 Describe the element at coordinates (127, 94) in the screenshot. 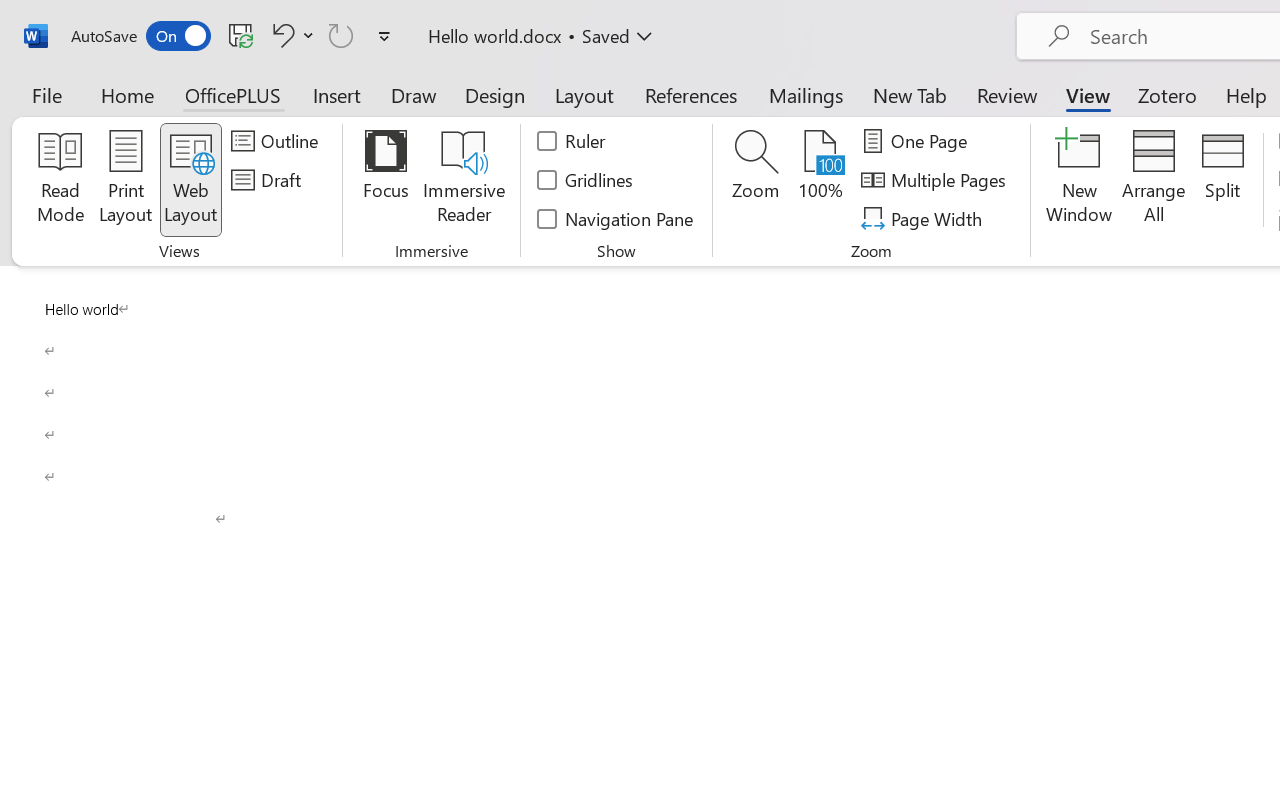

I see `'Home'` at that location.